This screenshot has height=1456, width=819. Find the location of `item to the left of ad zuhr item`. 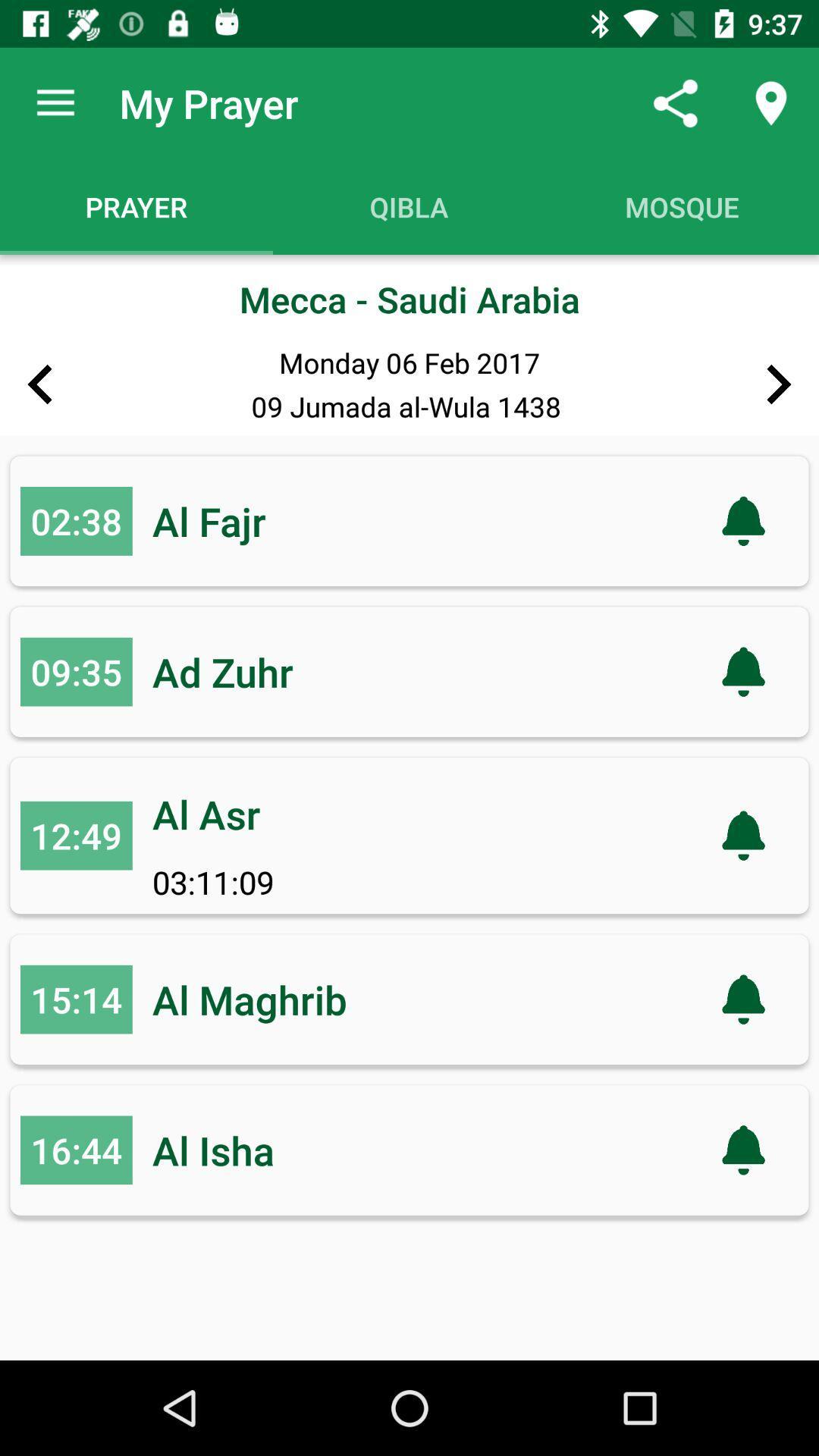

item to the left of ad zuhr item is located at coordinates (76, 671).